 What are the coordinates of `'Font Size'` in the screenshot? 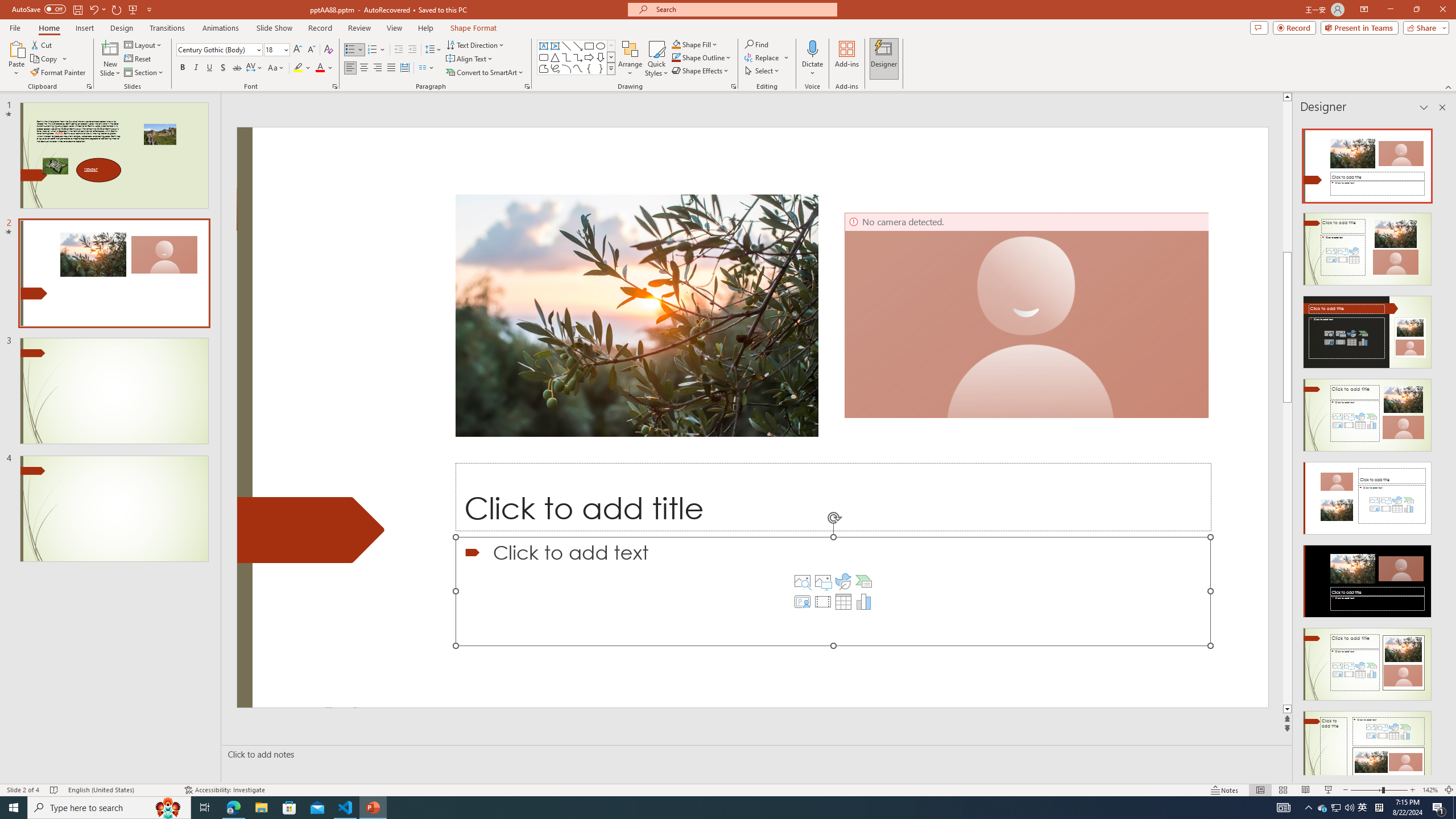 It's located at (274, 49).